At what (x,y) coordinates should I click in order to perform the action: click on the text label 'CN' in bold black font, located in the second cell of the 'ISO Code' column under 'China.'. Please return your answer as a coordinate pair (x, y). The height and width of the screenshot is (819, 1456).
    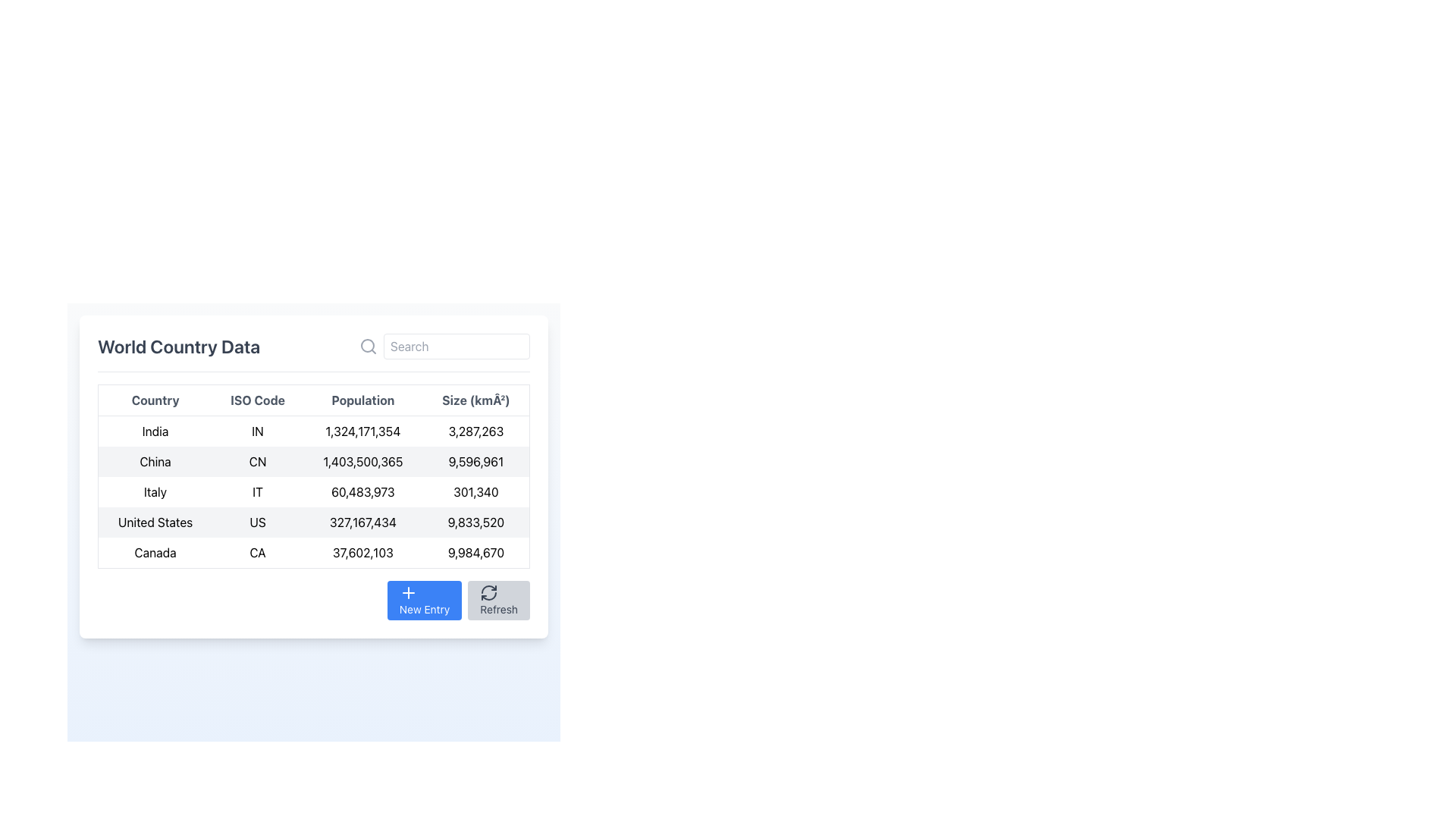
    Looking at the image, I should click on (258, 461).